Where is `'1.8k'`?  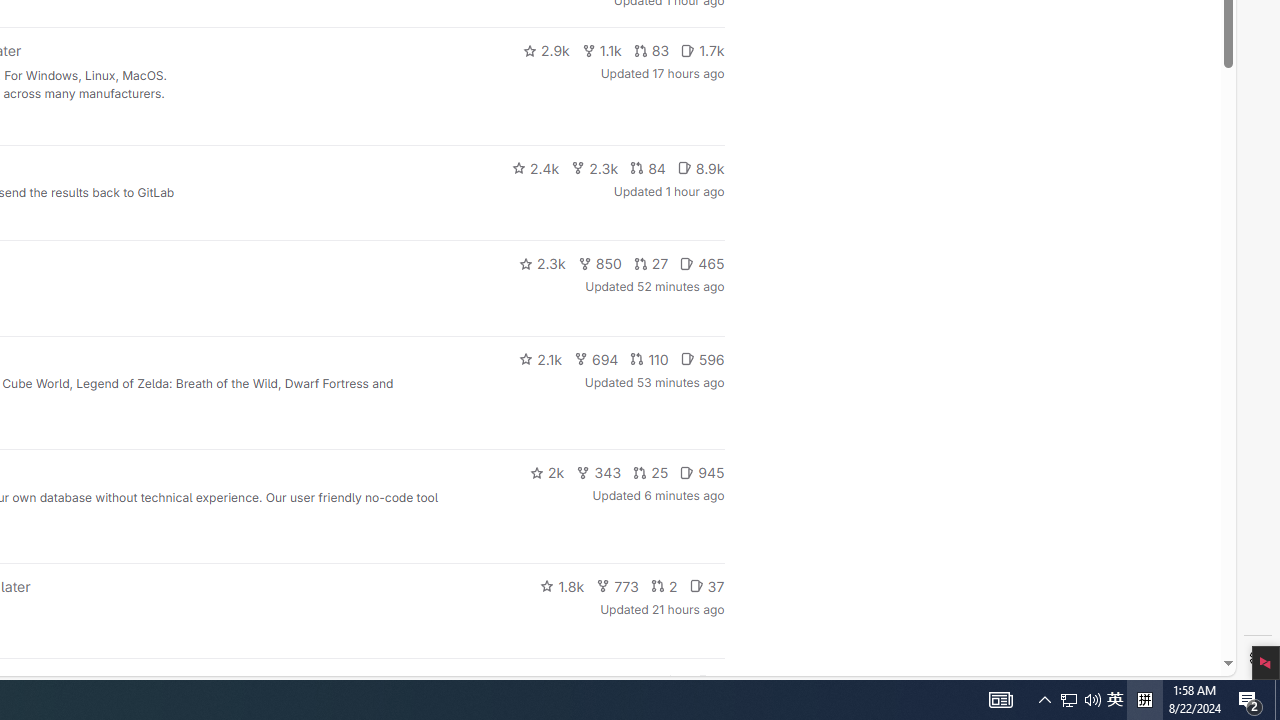 '1.8k' is located at coordinates (561, 585).